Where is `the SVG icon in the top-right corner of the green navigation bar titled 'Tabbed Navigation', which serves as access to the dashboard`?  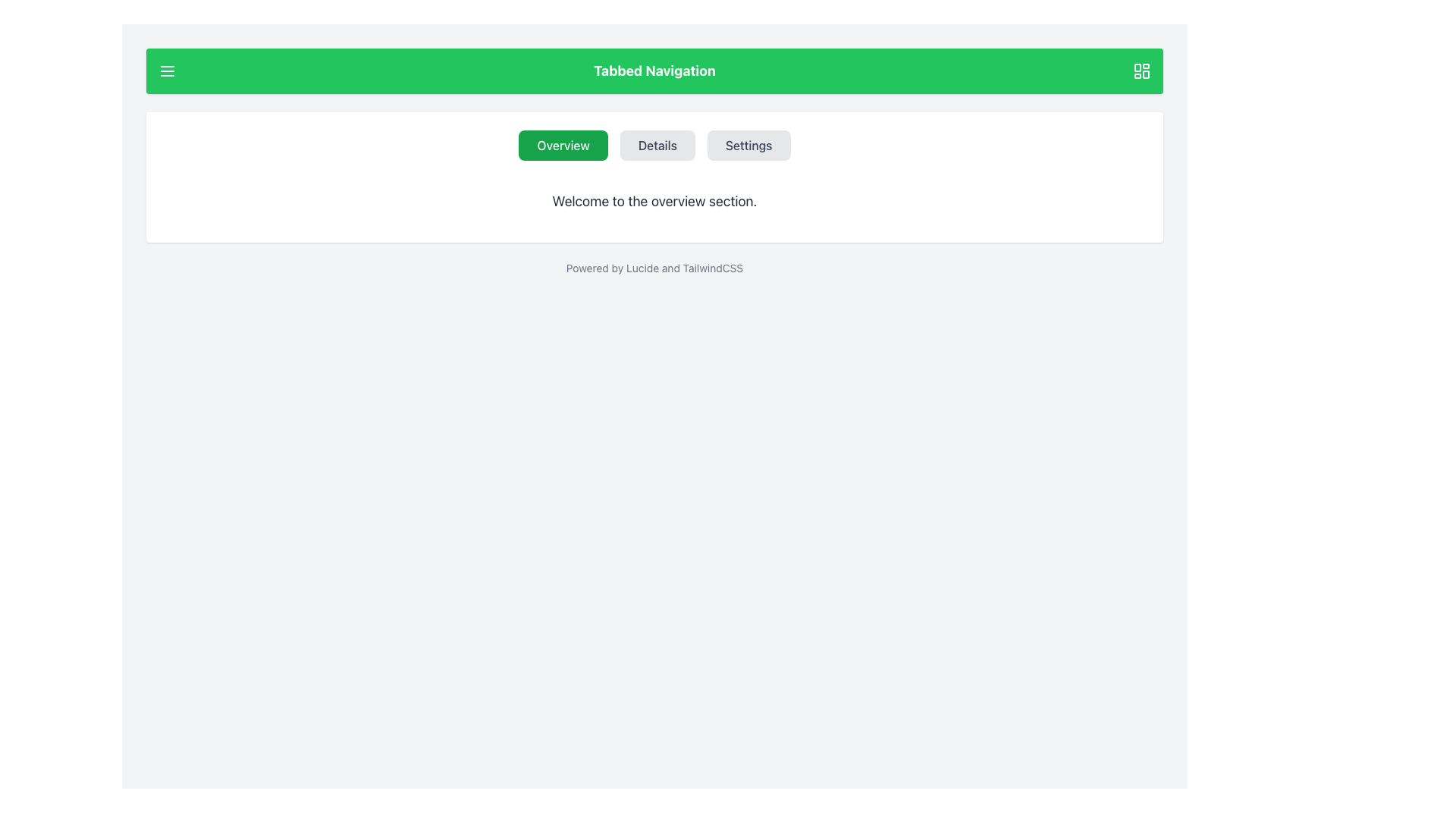 the SVG icon in the top-right corner of the green navigation bar titled 'Tabbed Navigation', which serves as access to the dashboard is located at coordinates (1142, 71).